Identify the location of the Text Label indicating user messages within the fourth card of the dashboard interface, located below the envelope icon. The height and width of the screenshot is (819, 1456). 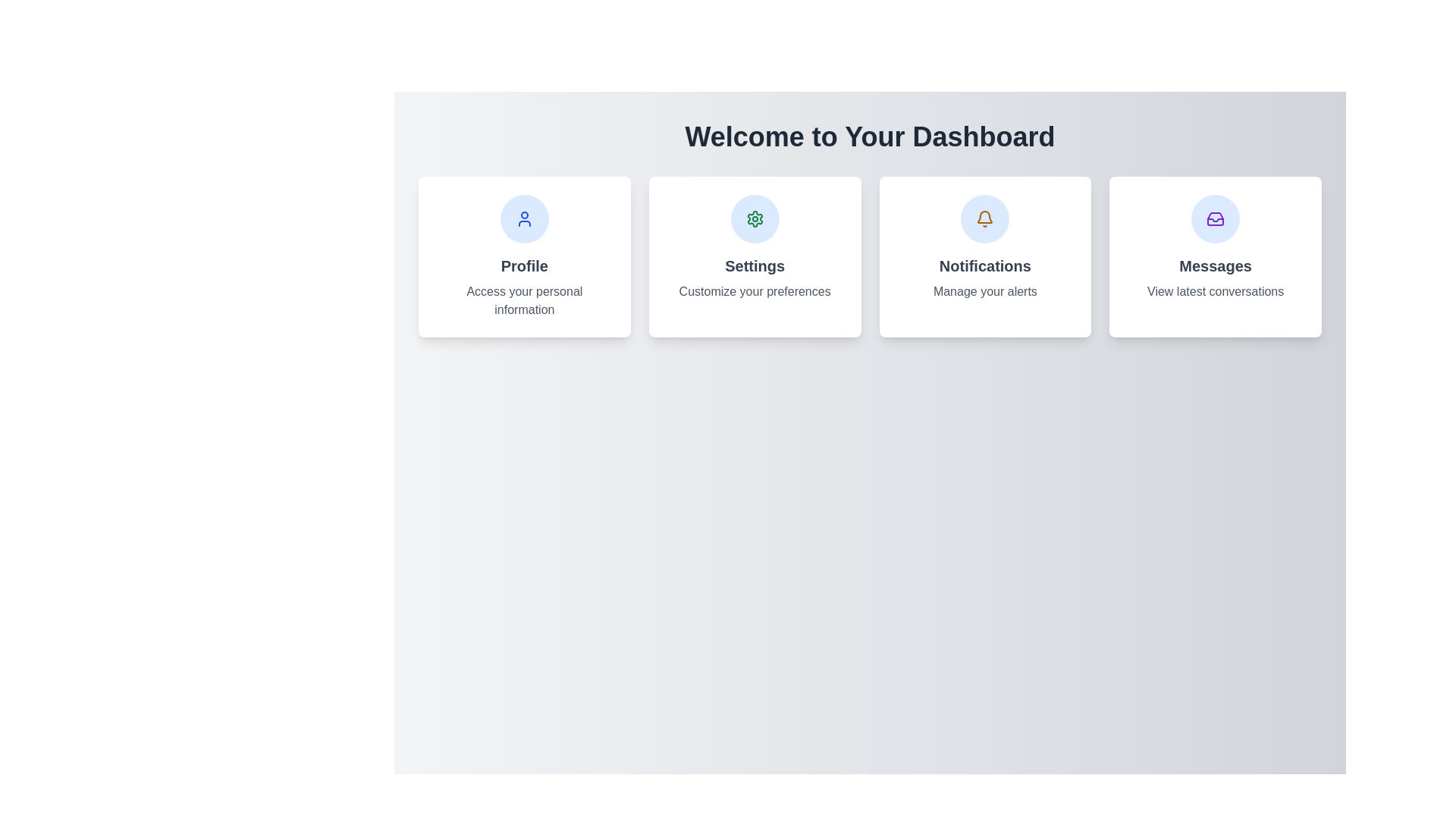
(1216, 265).